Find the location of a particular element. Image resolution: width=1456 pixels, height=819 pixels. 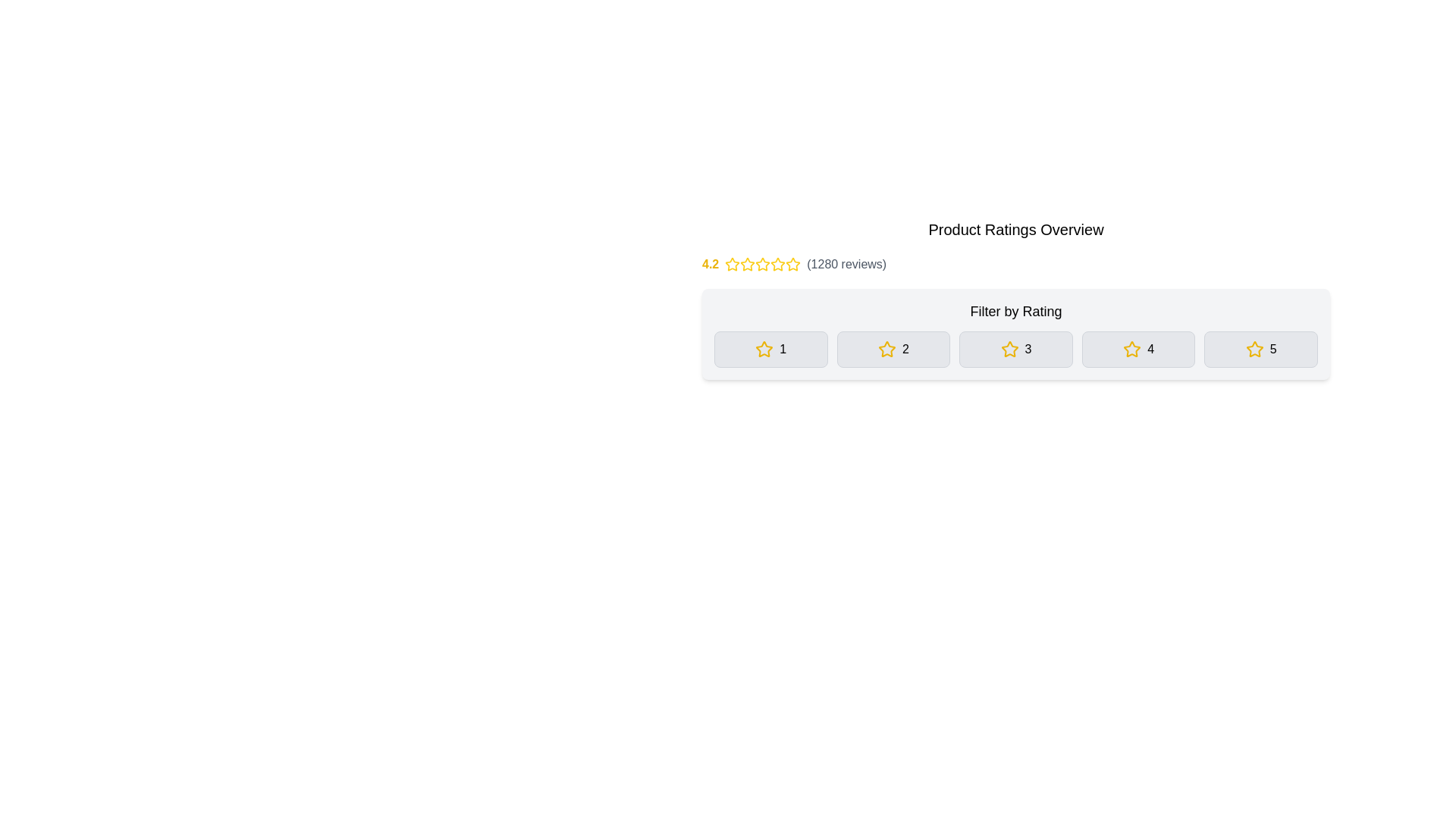

the text label that serves as a title or descriptor for the rating filter section, located above the clickable rating options is located at coordinates (1015, 311).